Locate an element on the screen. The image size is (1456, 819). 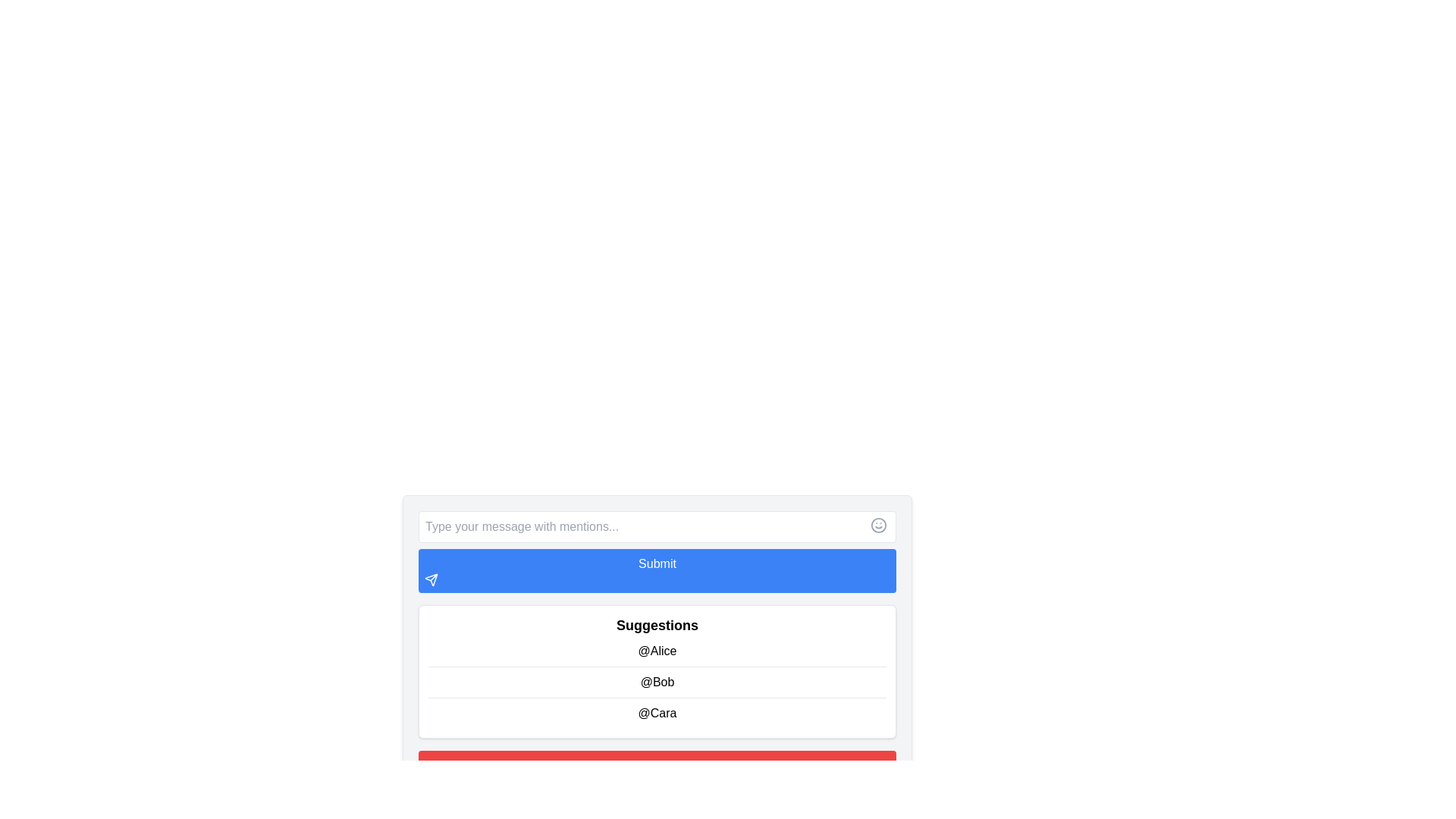
the appearance of the Close icon (cross line) located in the bottom-right area of the interface, which serves as a visual indicator for a close or cancel action is located at coordinates (432, 783).